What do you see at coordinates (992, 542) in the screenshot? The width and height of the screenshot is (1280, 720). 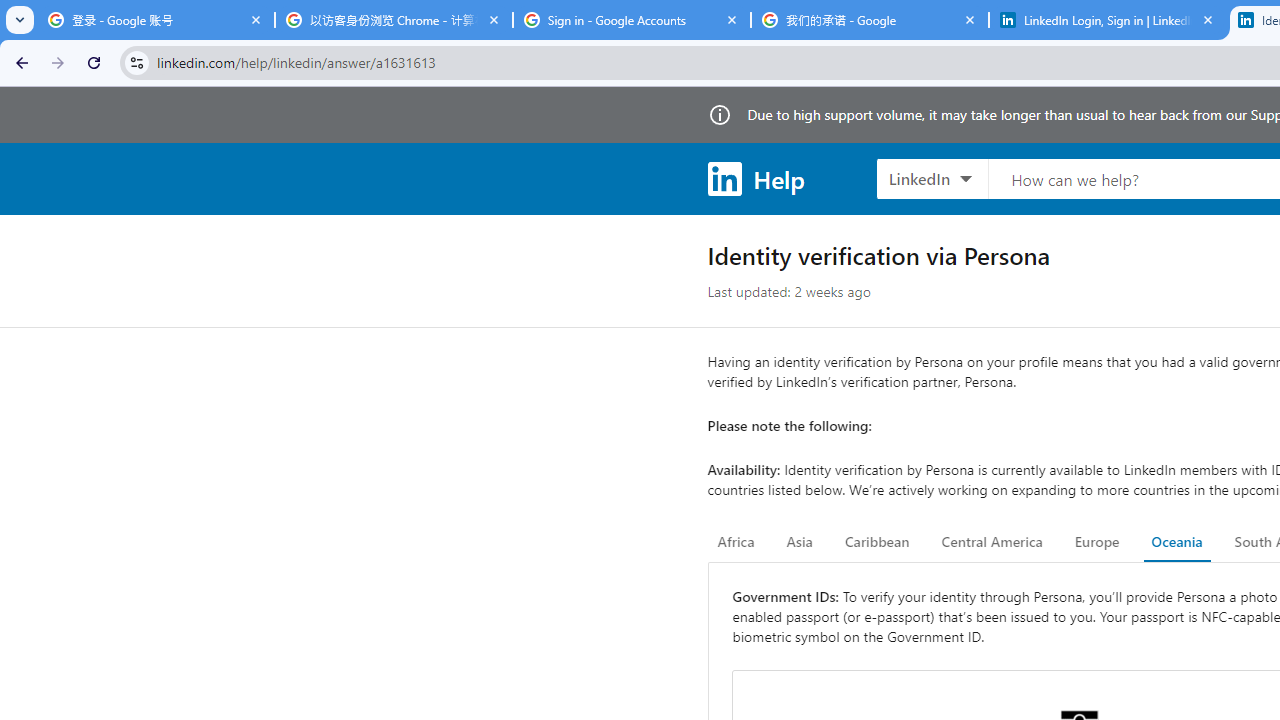 I see `'Central America'` at bounding box center [992, 542].